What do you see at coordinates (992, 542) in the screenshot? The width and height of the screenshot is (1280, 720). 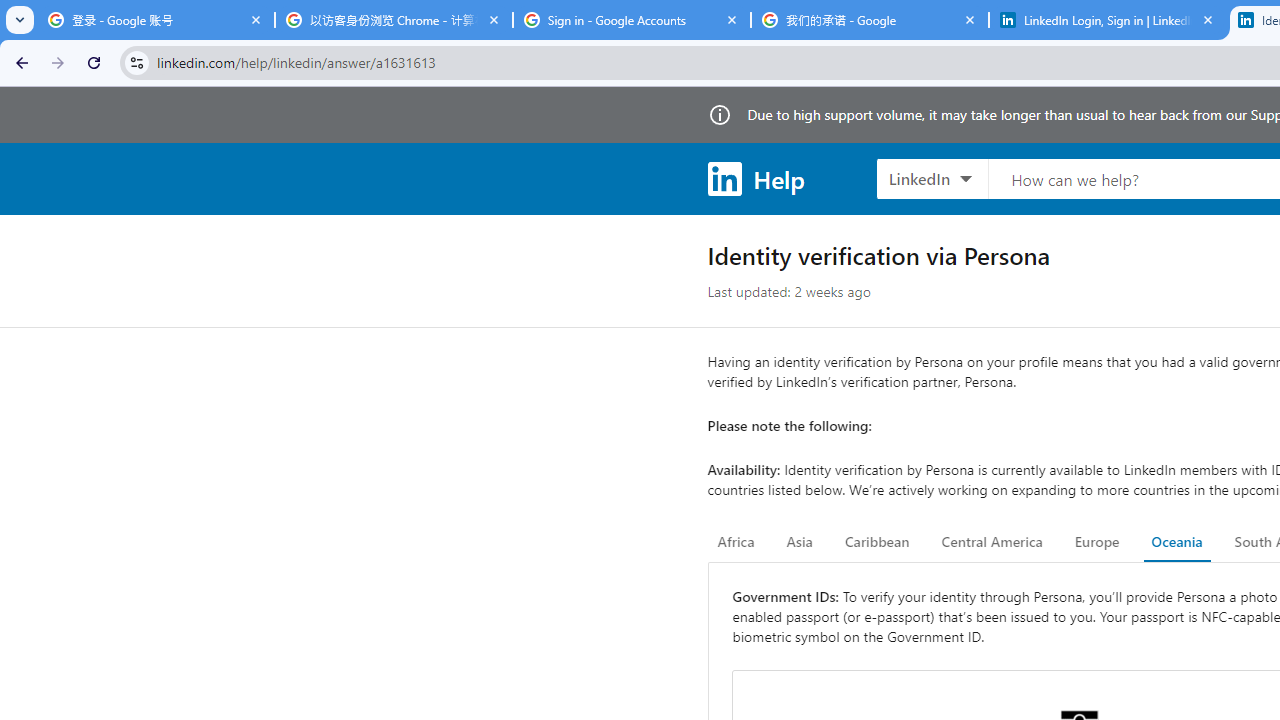 I see `'Central America'` at bounding box center [992, 542].